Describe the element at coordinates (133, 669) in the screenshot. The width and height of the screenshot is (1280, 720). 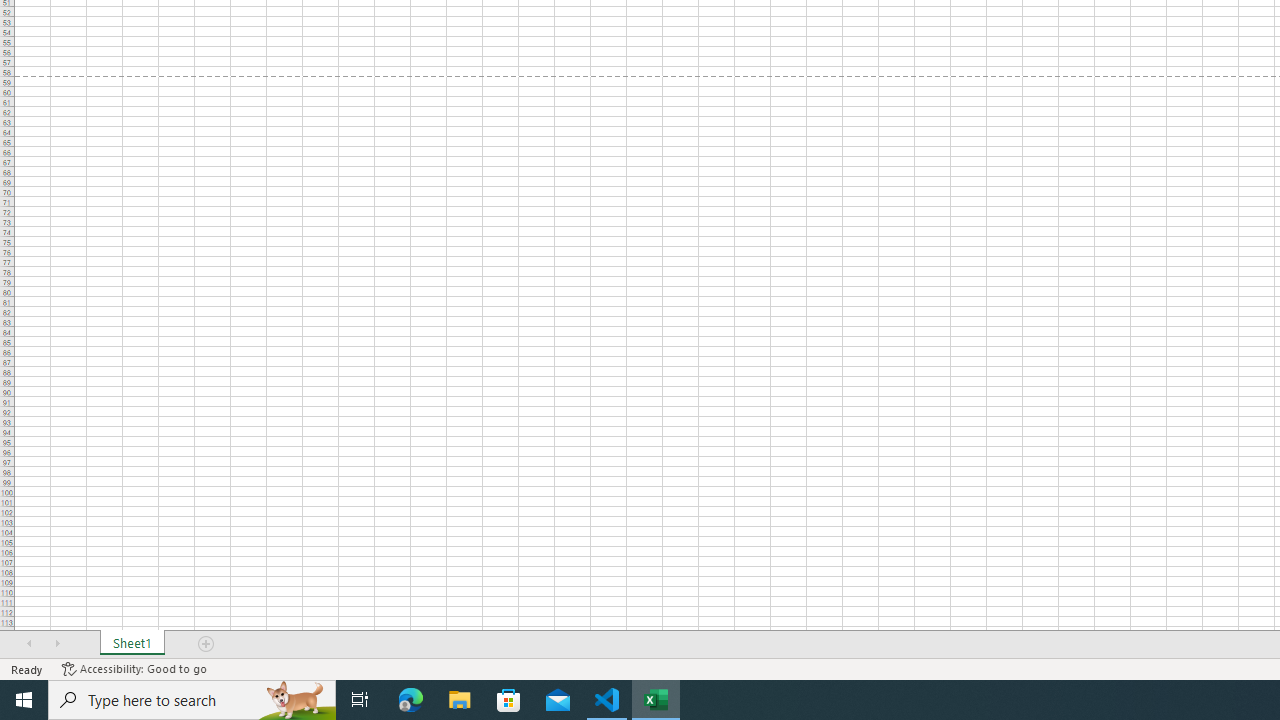
I see `'Accessibility Checker Accessibility: Good to go'` at that location.